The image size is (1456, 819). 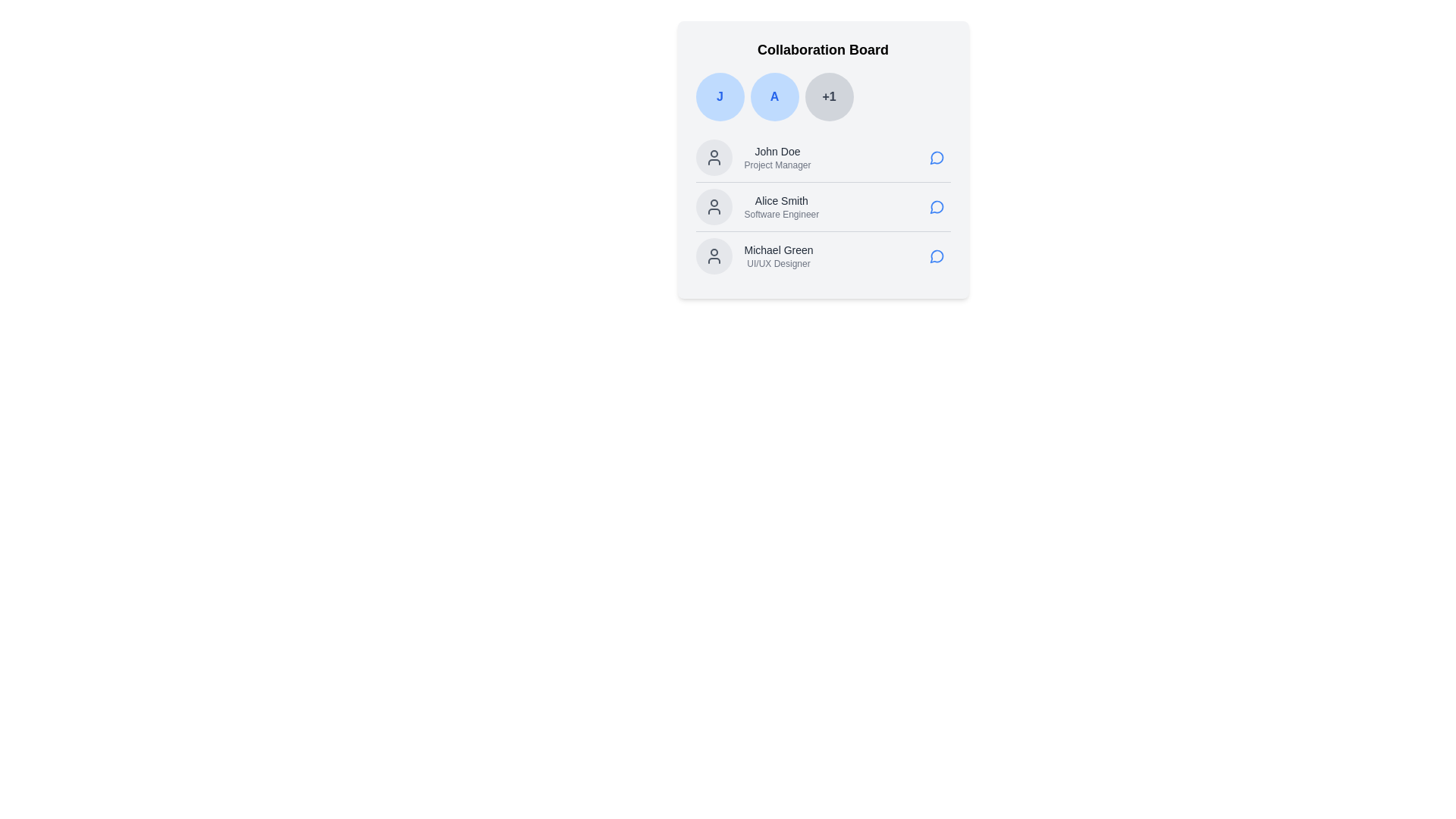 I want to click on the button located in the 'Collaboration Board' interface, associated with 'John Doe', so click(x=936, y=158).